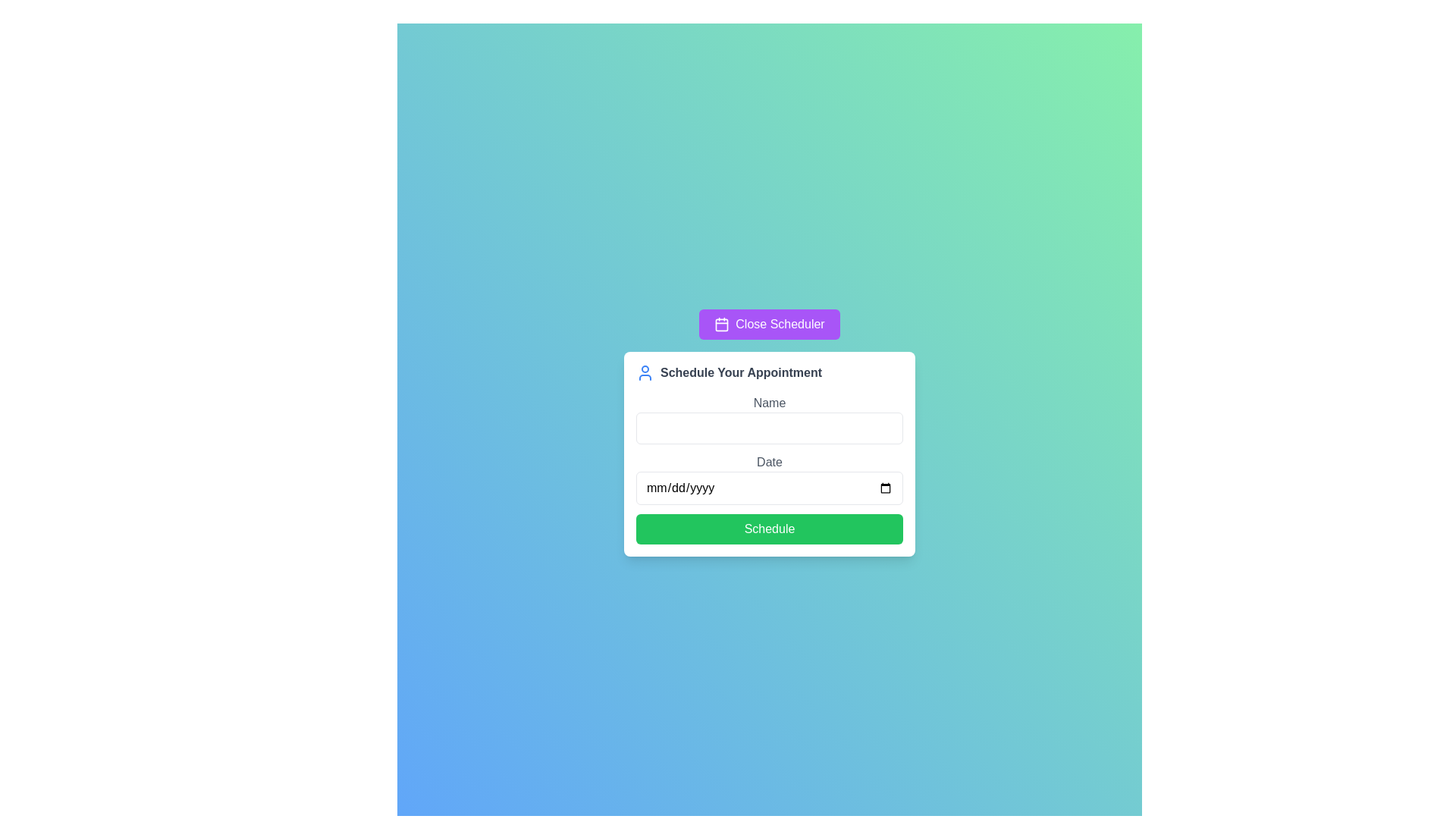 The width and height of the screenshot is (1456, 819). What do you see at coordinates (769, 529) in the screenshot?
I see `the submission button located at the bottom of the form within the modal interface` at bounding box center [769, 529].